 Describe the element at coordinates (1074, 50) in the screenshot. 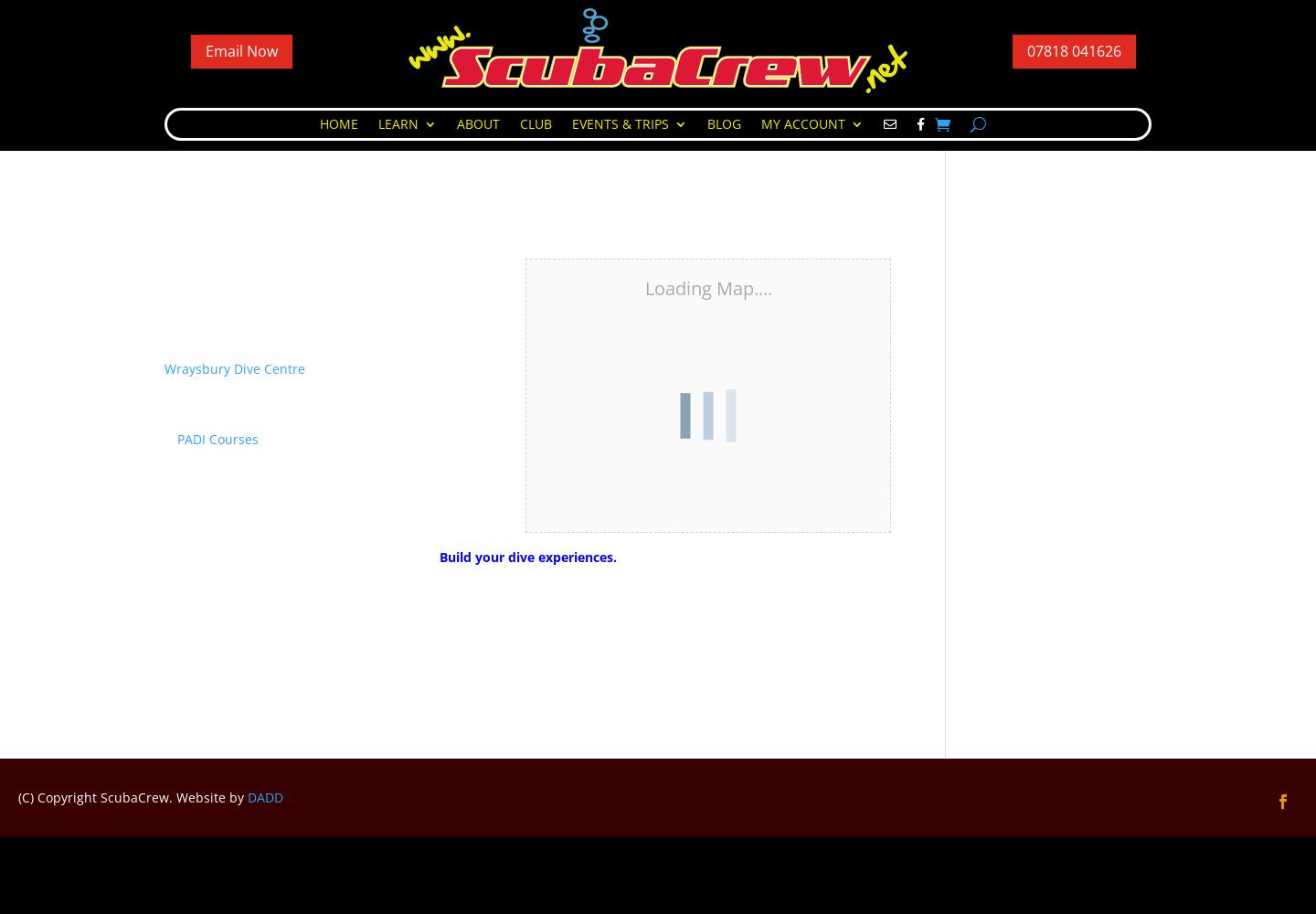

I see `'07818 041626'` at that location.